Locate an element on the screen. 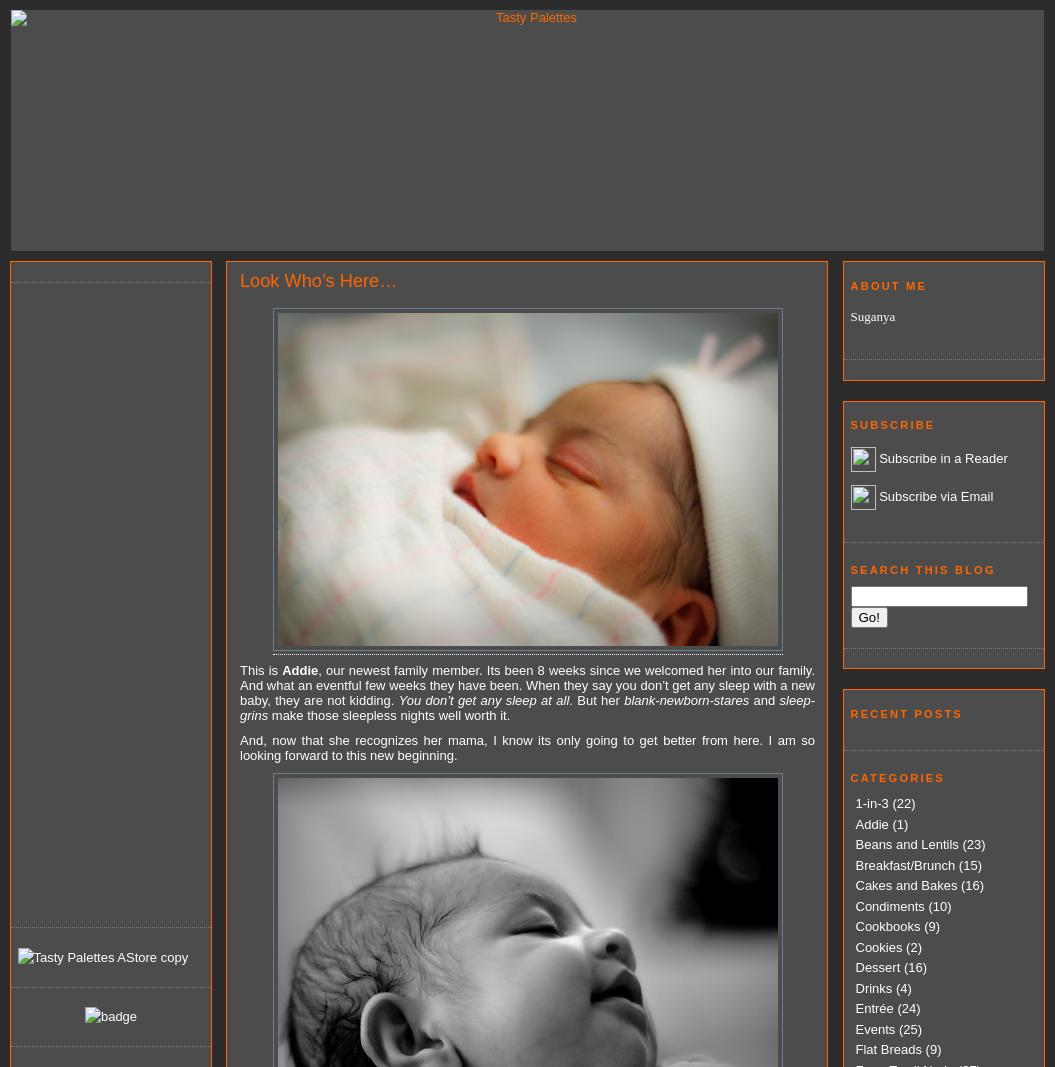 The width and height of the screenshot is (1055, 1067). 'Drinks' is located at coordinates (873, 987).